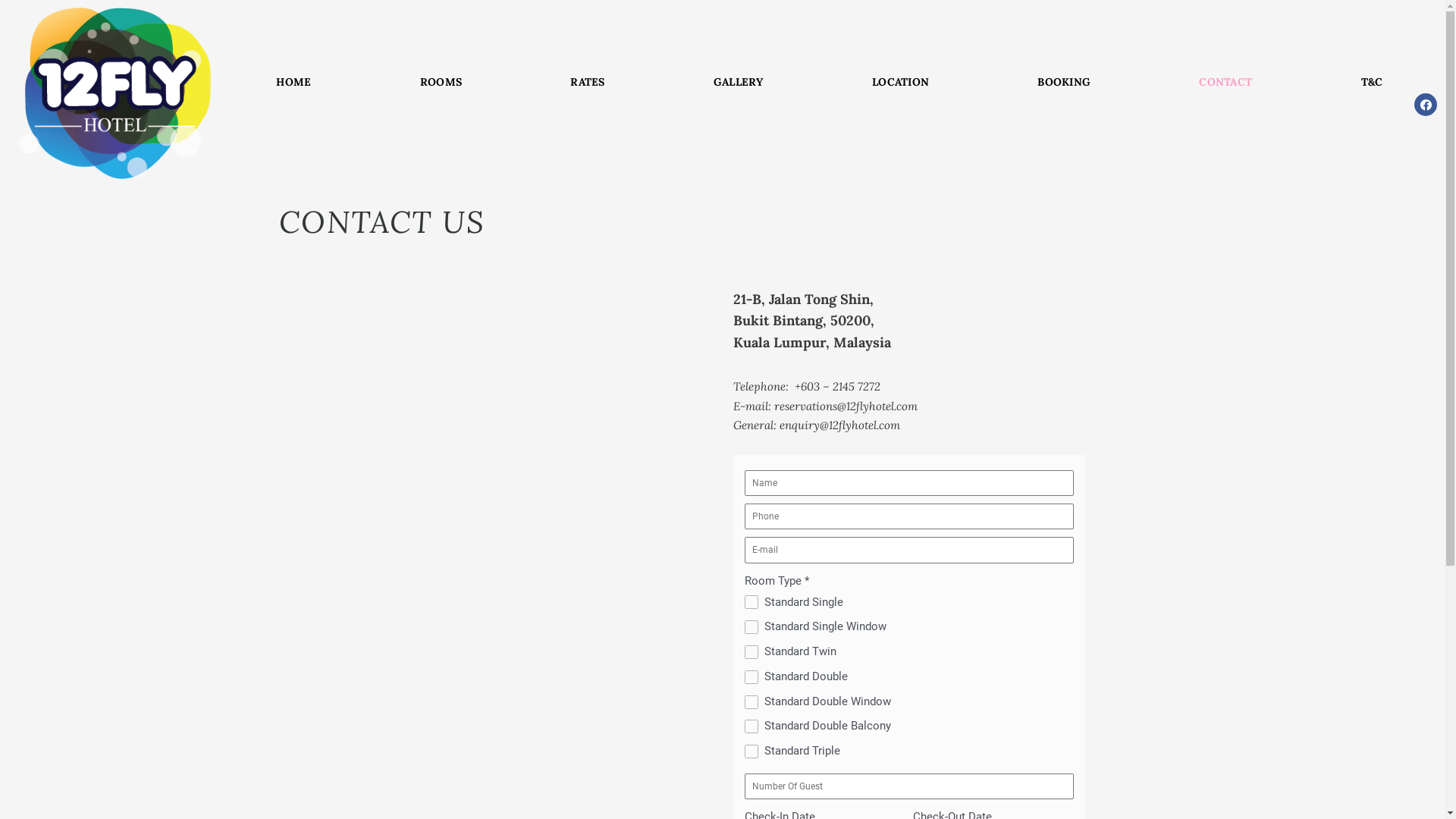 The image size is (1456, 819). I want to click on 'GALLERY', so click(738, 81).